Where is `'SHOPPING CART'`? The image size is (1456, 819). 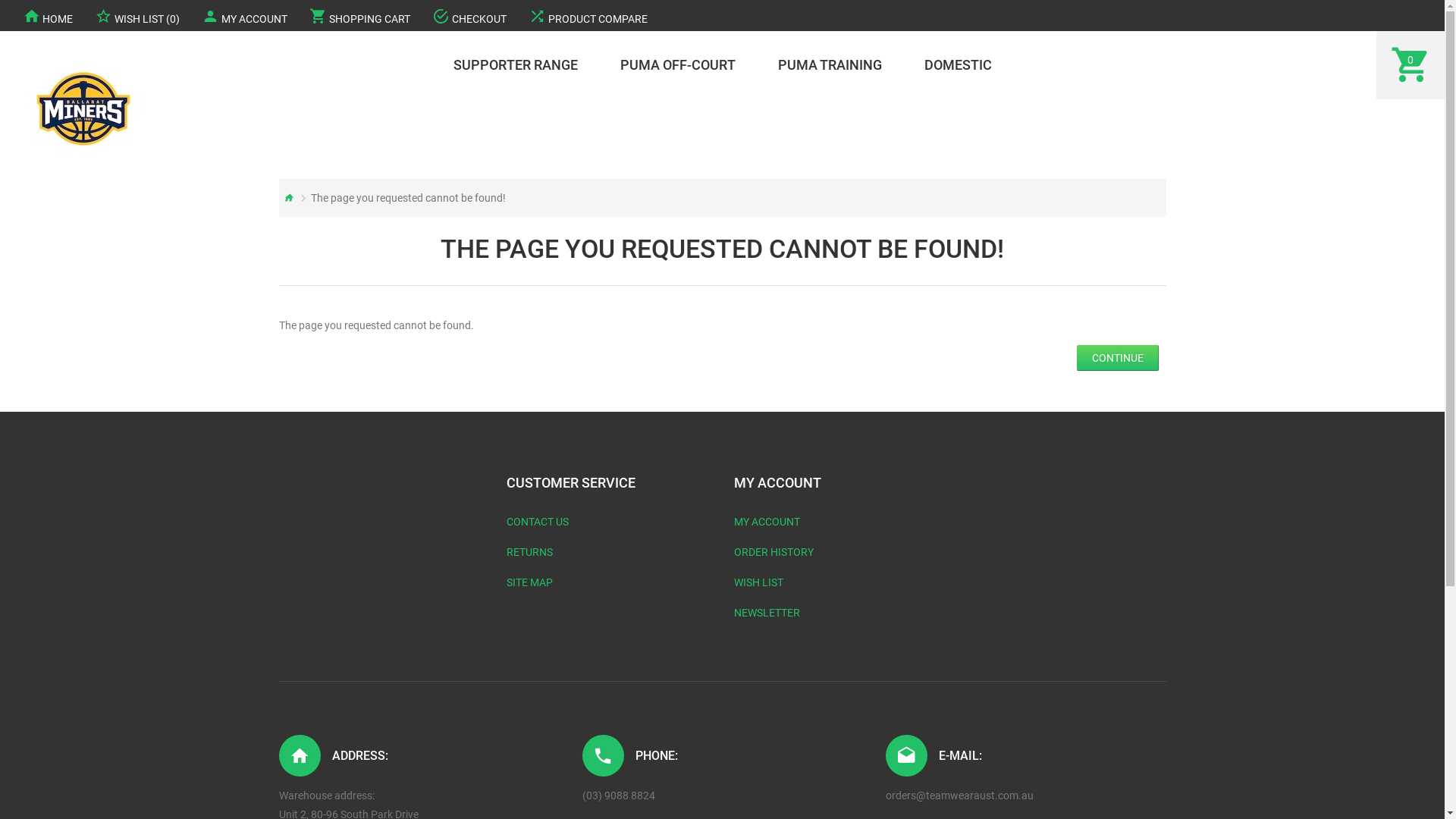 'SHOPPING CART' is located at coordinates (359, 15).